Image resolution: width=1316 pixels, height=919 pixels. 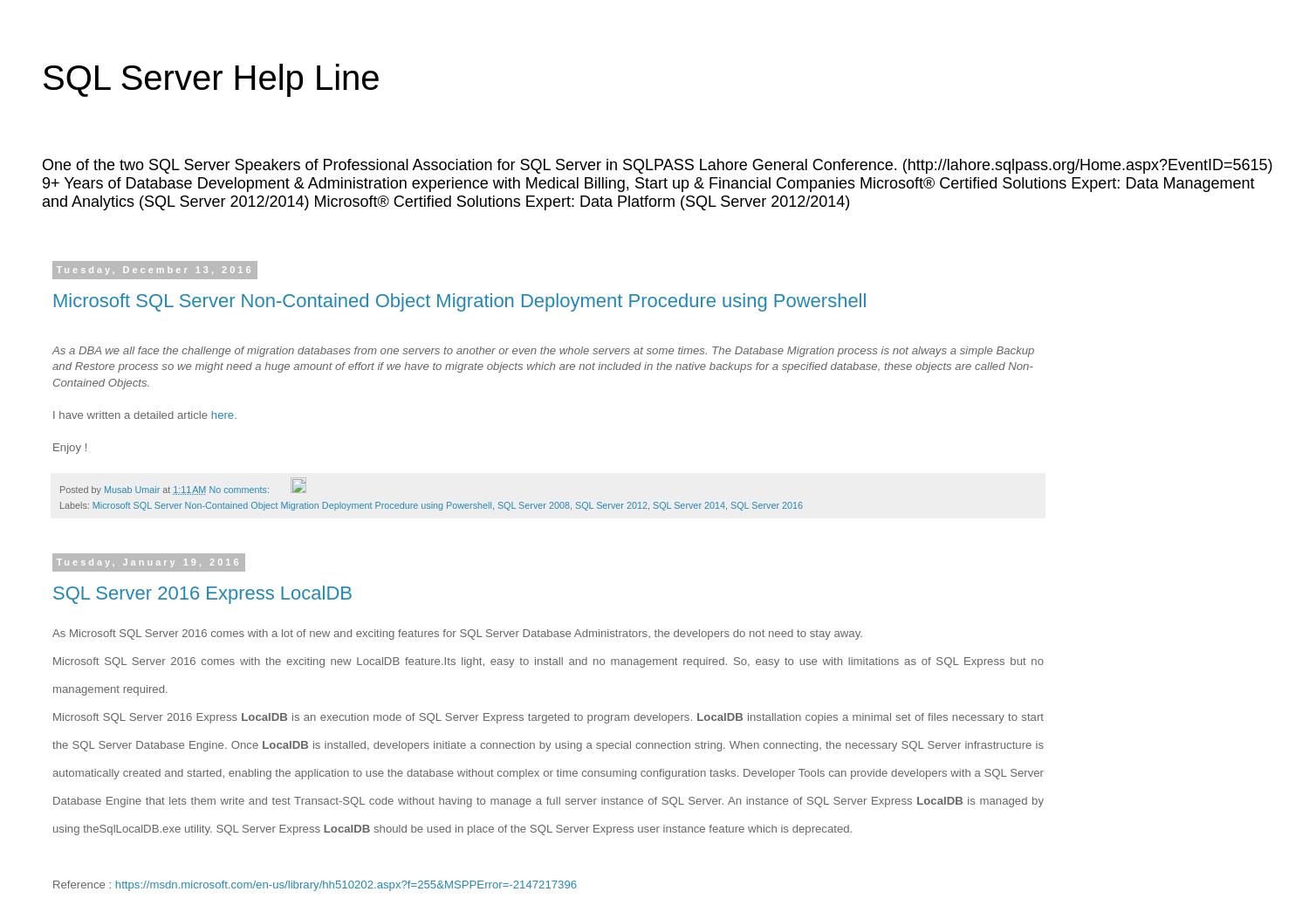 I want to click on 'As a DBA we all face the challenge of migration databases from one servers to another or even the whole servers at some times. The Database Migration process is not always a simple Backup and Restore process so we might need a huge amount of effort if we have to migrate objects which are not included in the native backups for a specified database, these objects are called Non-Contained Objects.', so click(x=542, y=365).